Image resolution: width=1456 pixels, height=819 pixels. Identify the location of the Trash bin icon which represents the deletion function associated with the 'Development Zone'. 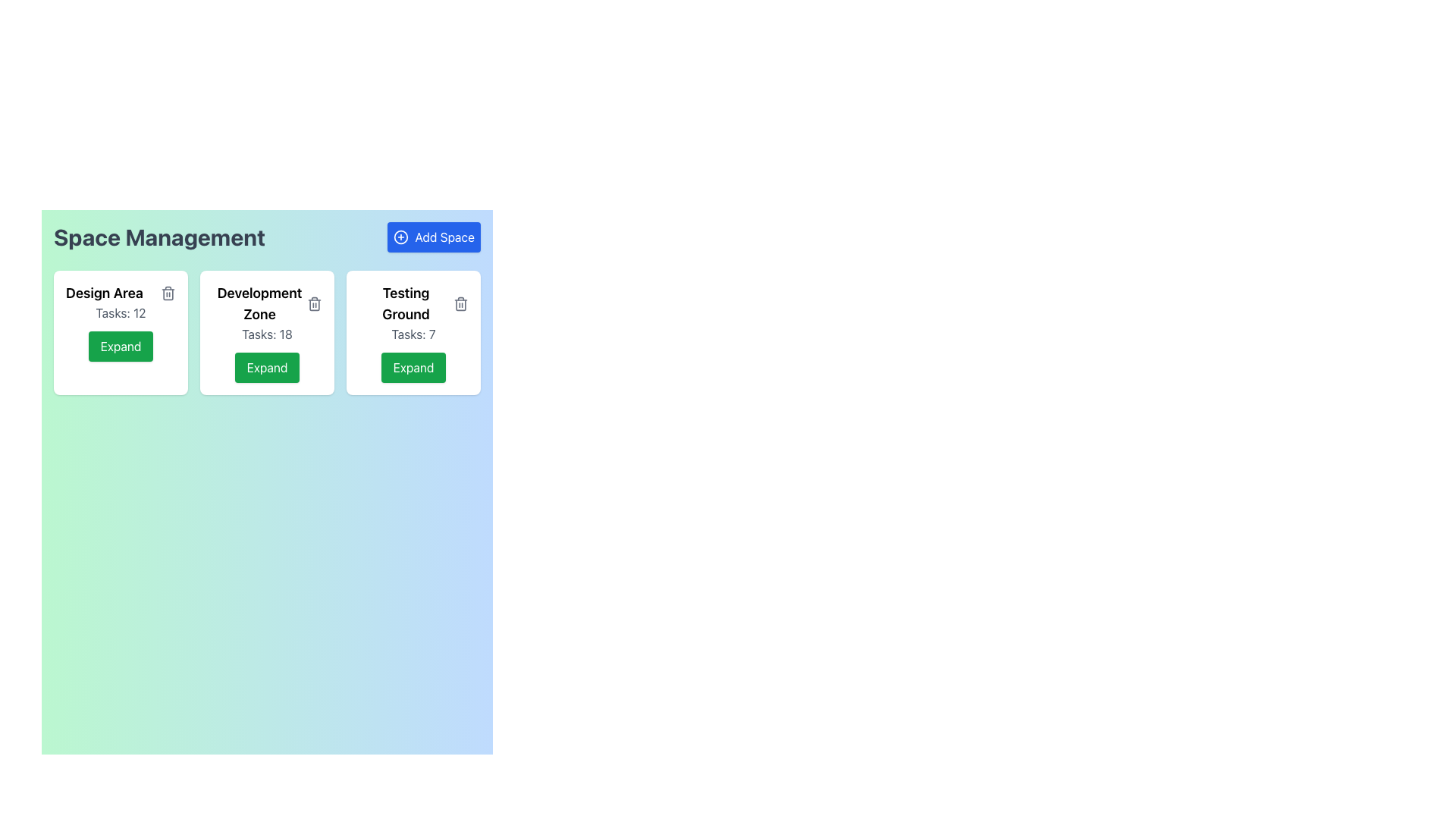
(313, 304).